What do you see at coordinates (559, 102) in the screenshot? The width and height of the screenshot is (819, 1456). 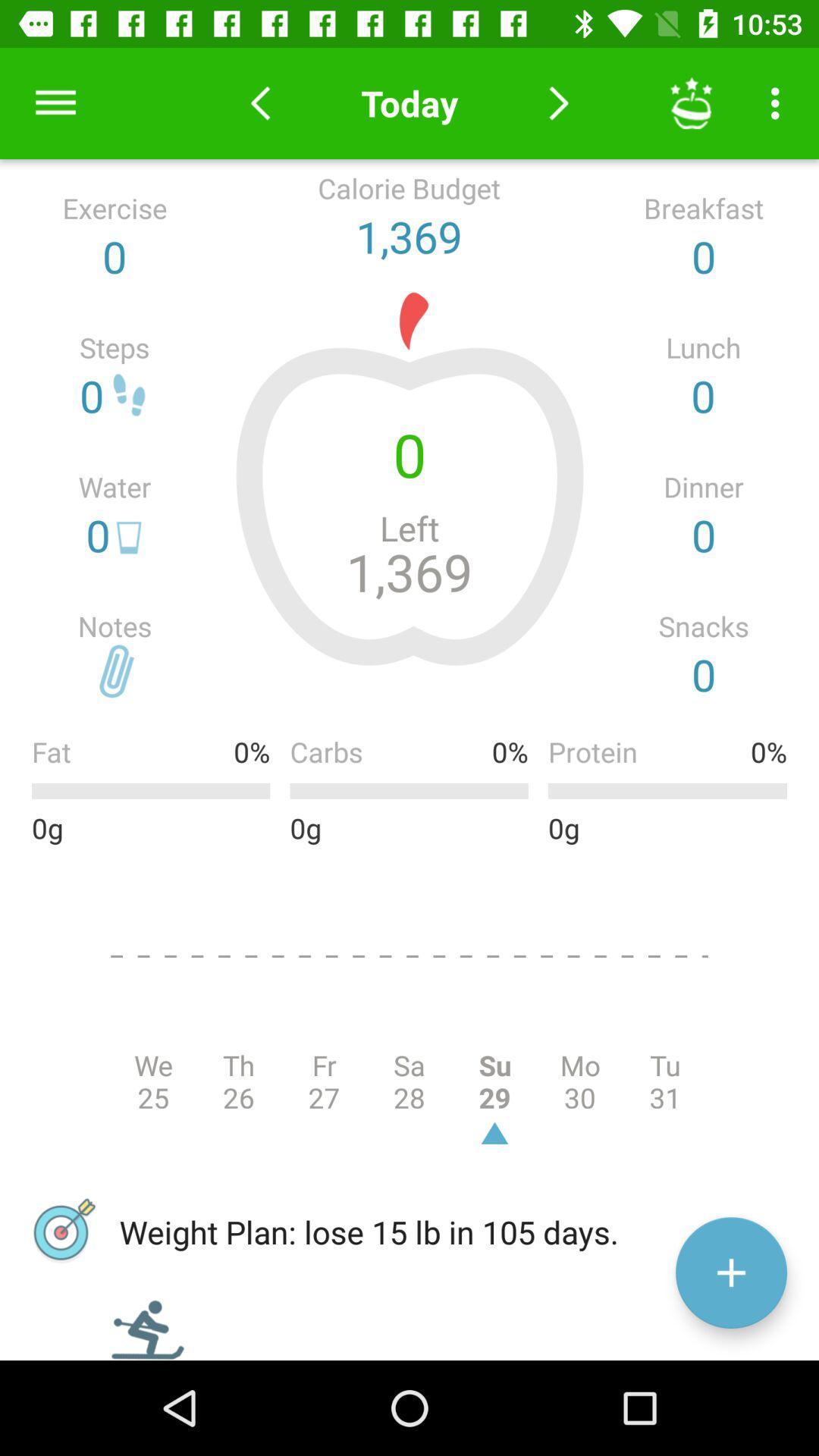 I see `go forward` at bounding box center [559, 102].